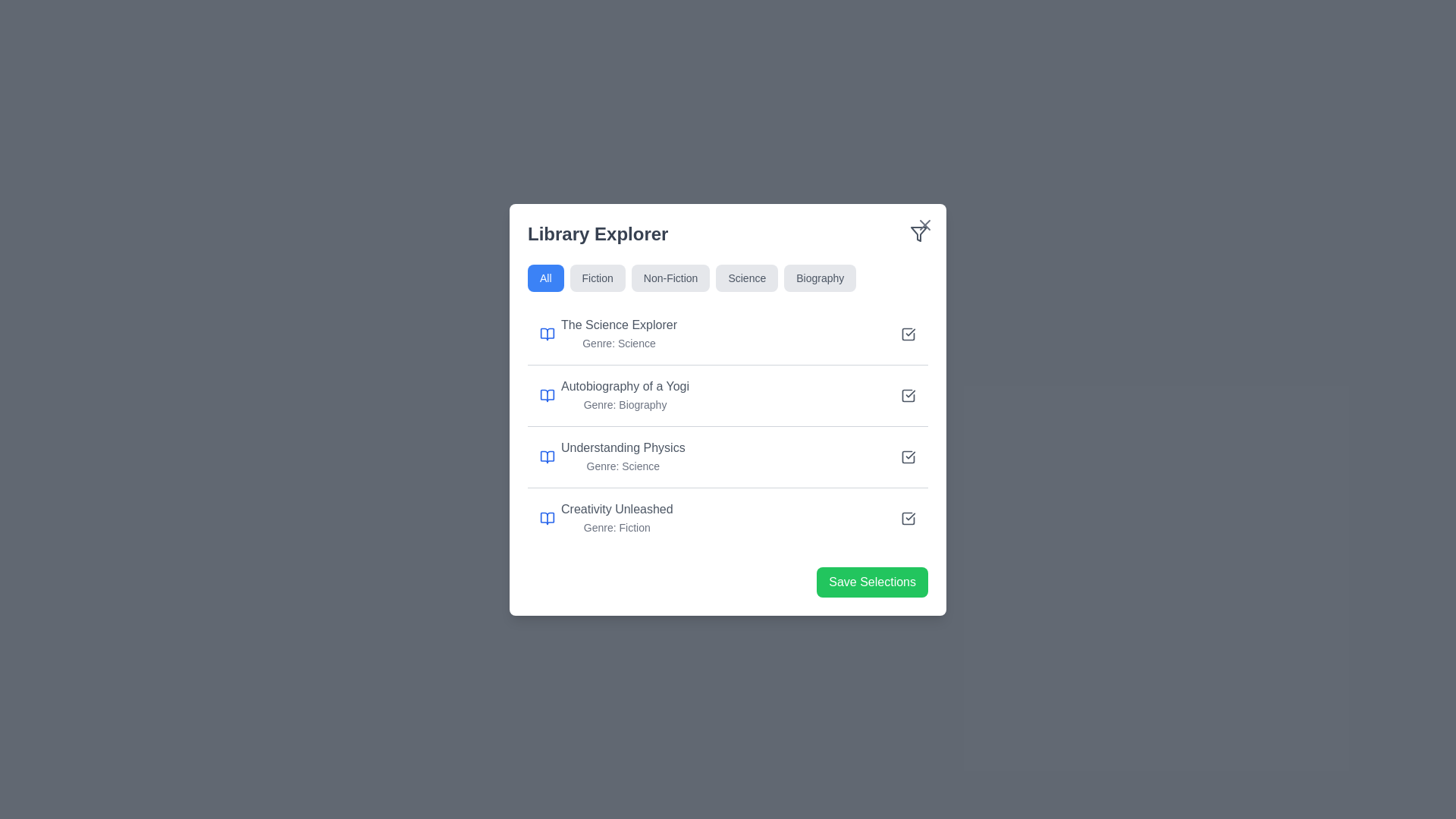  What do you see at coordinates (619, 324) in the screenshot?
I see `the label that reads 'The Science Explorer', styled with medium font weight and gray color, positioned on the left side of the first item in the list` at bounding box center [619, 324].